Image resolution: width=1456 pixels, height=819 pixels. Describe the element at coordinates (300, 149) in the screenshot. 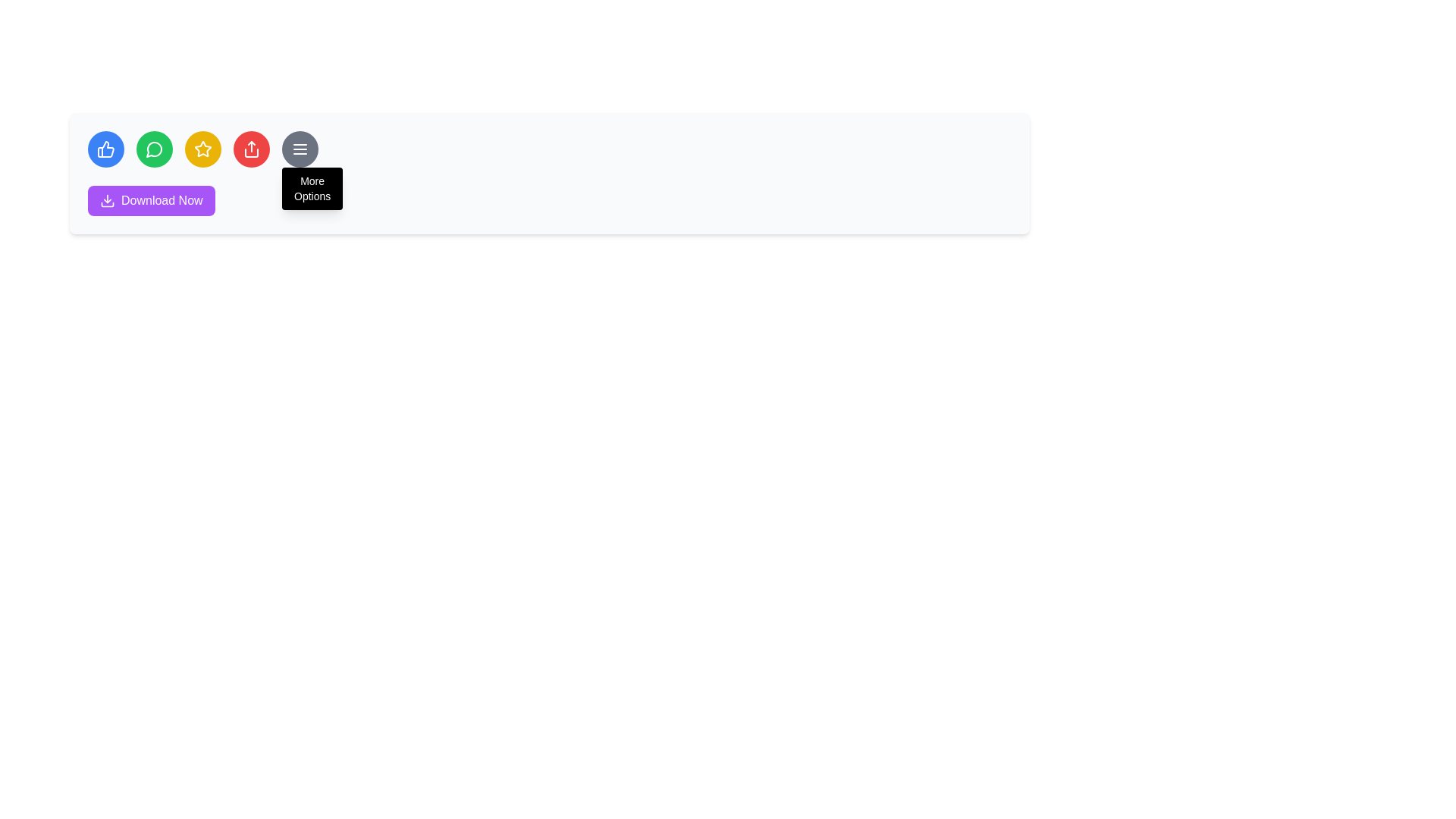

I see `the sixth circular button on the right` at that location.